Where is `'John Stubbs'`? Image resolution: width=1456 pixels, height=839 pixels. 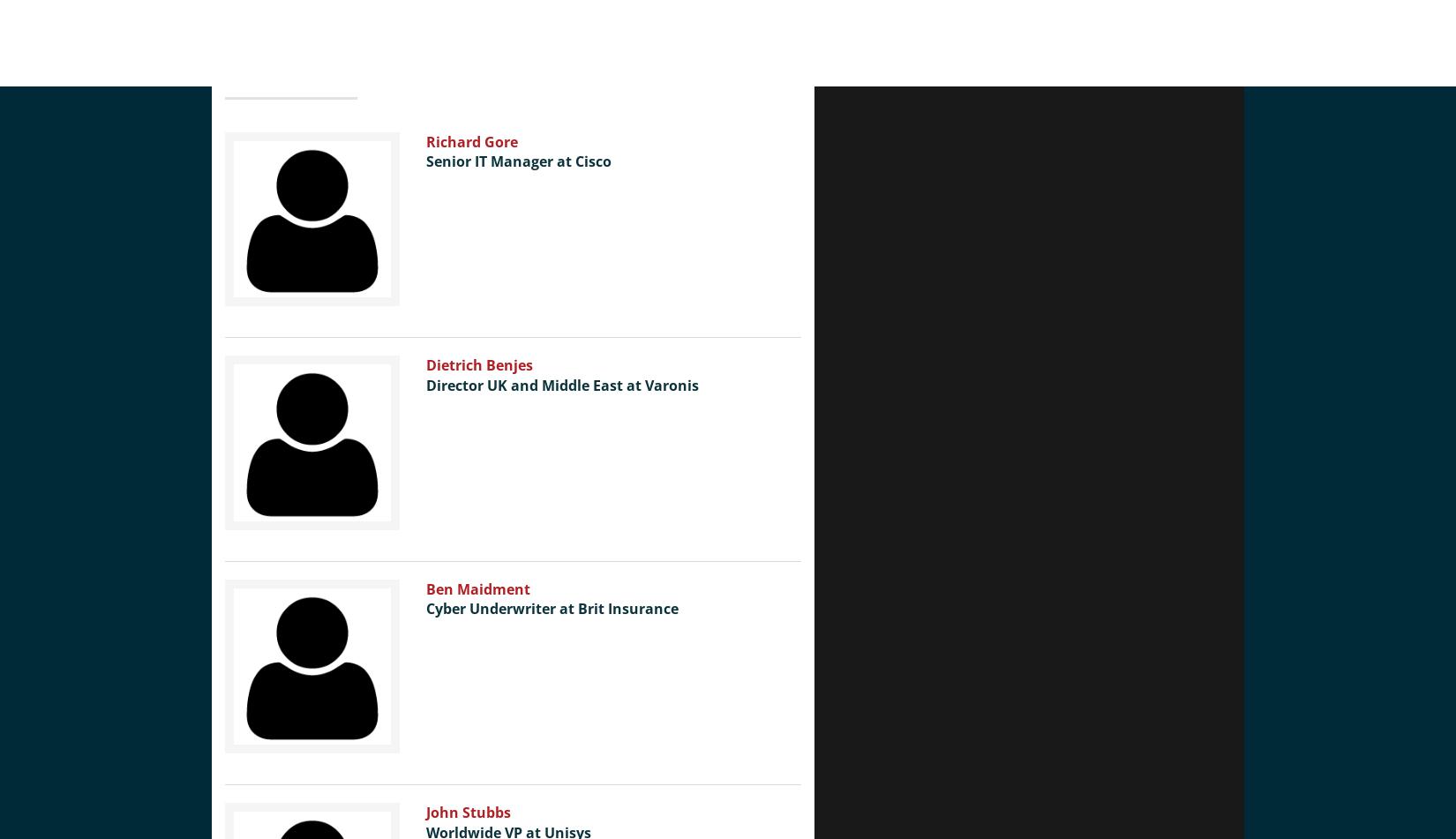 'John Stubbs' is located at coordinates (466, 812).